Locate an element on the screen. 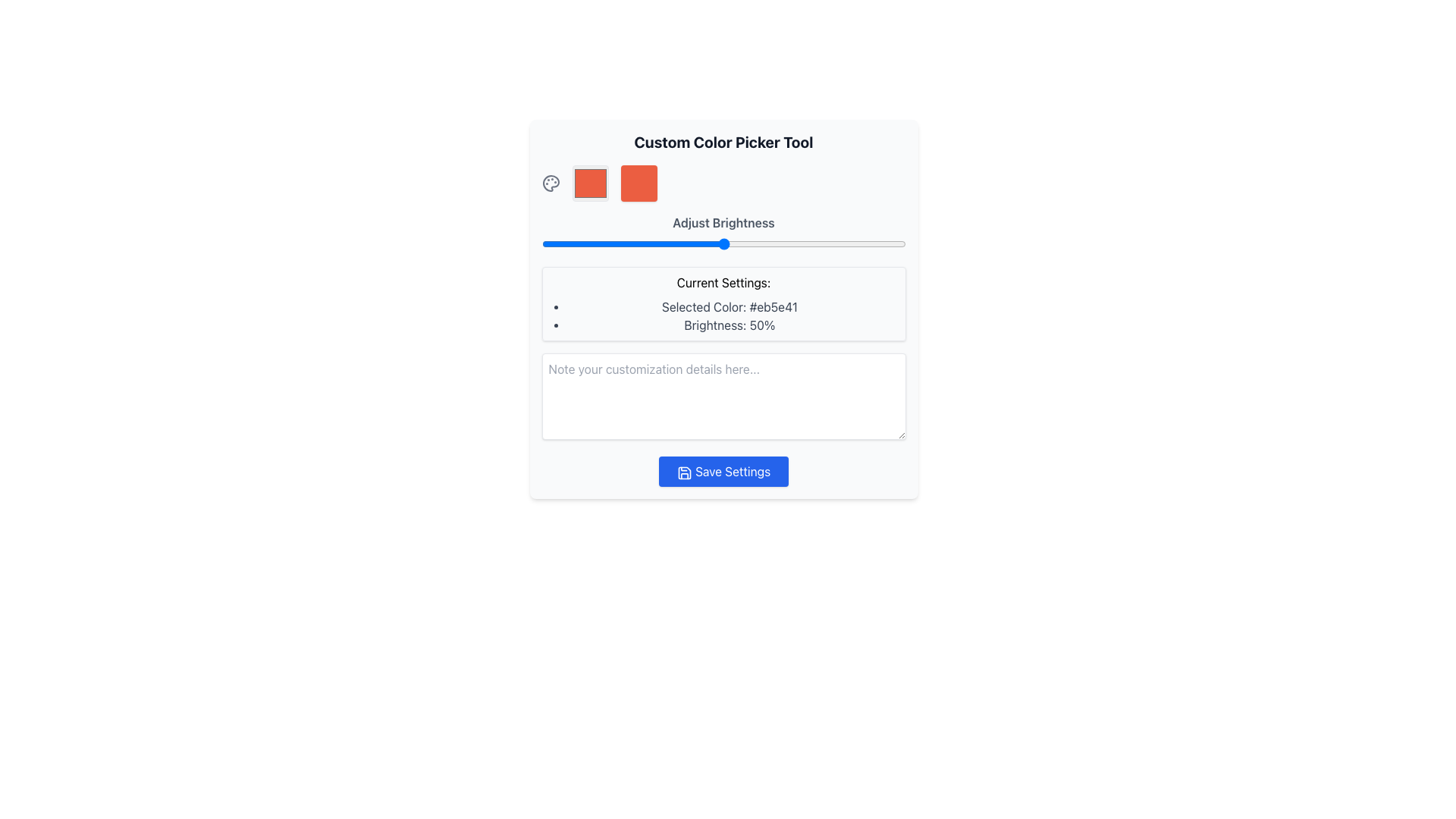  the brightness is located at coordinates (873, 243).